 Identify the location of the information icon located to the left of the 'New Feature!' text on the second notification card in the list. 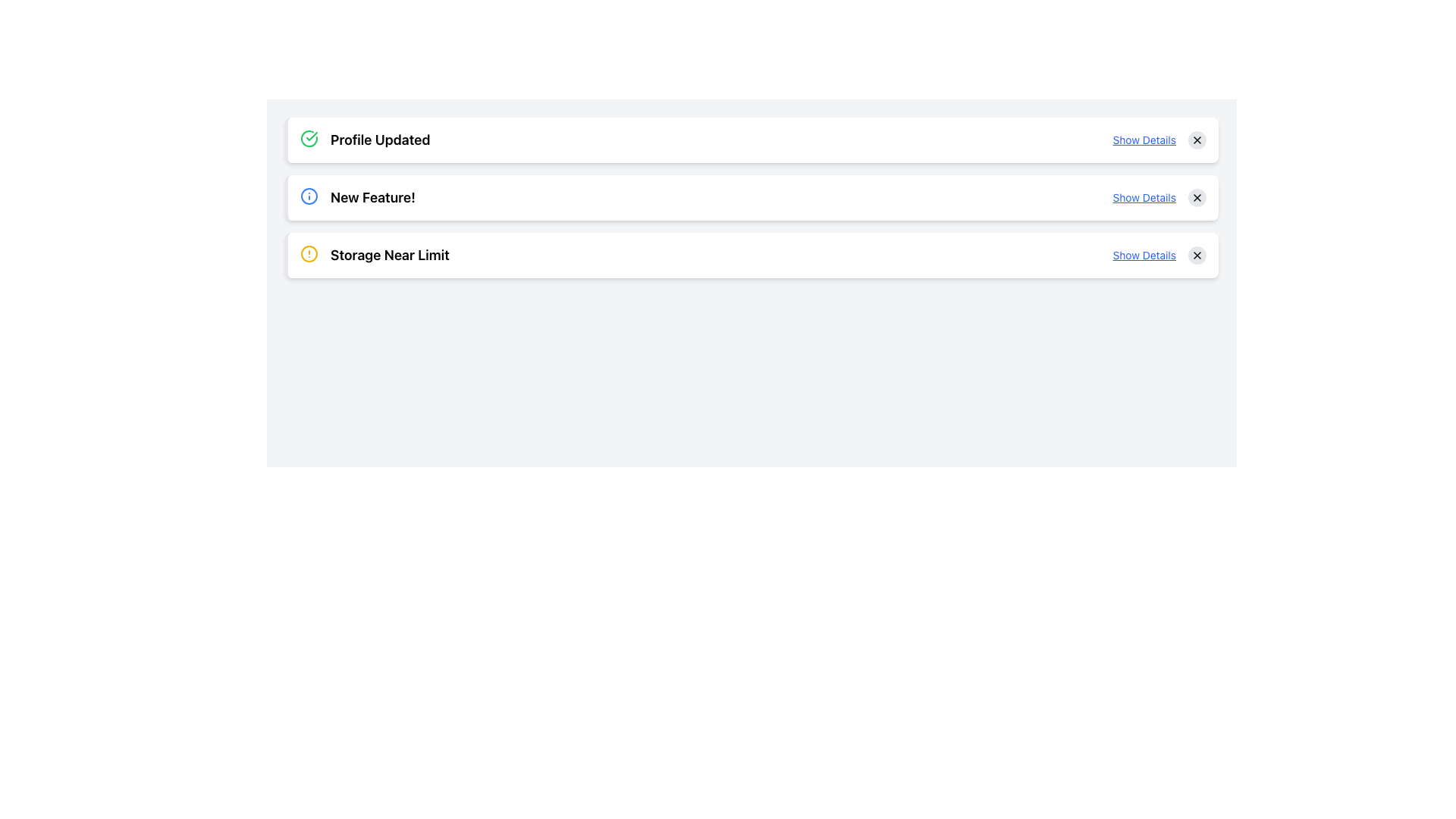
(309, 195).